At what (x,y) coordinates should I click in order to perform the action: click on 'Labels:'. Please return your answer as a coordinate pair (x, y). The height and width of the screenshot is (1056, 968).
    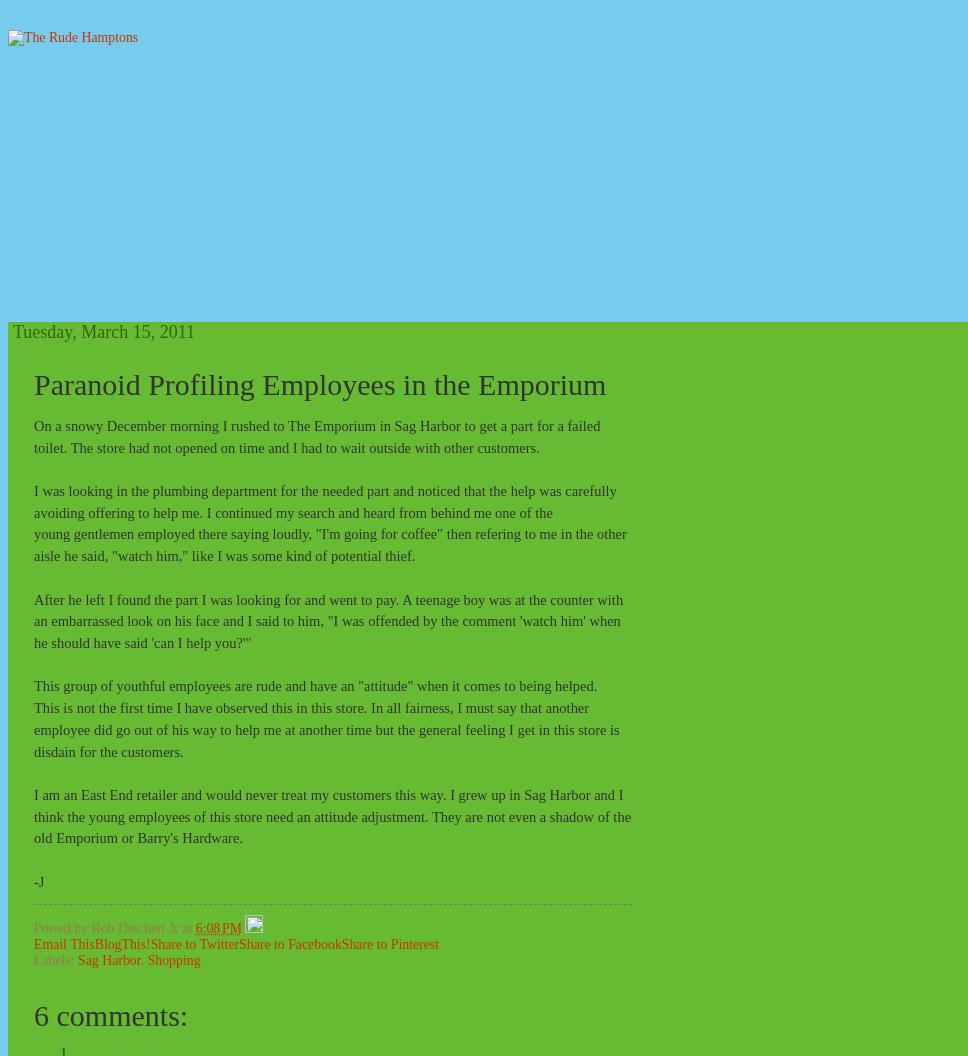
    Looking at the image, I should click on (55, 959).